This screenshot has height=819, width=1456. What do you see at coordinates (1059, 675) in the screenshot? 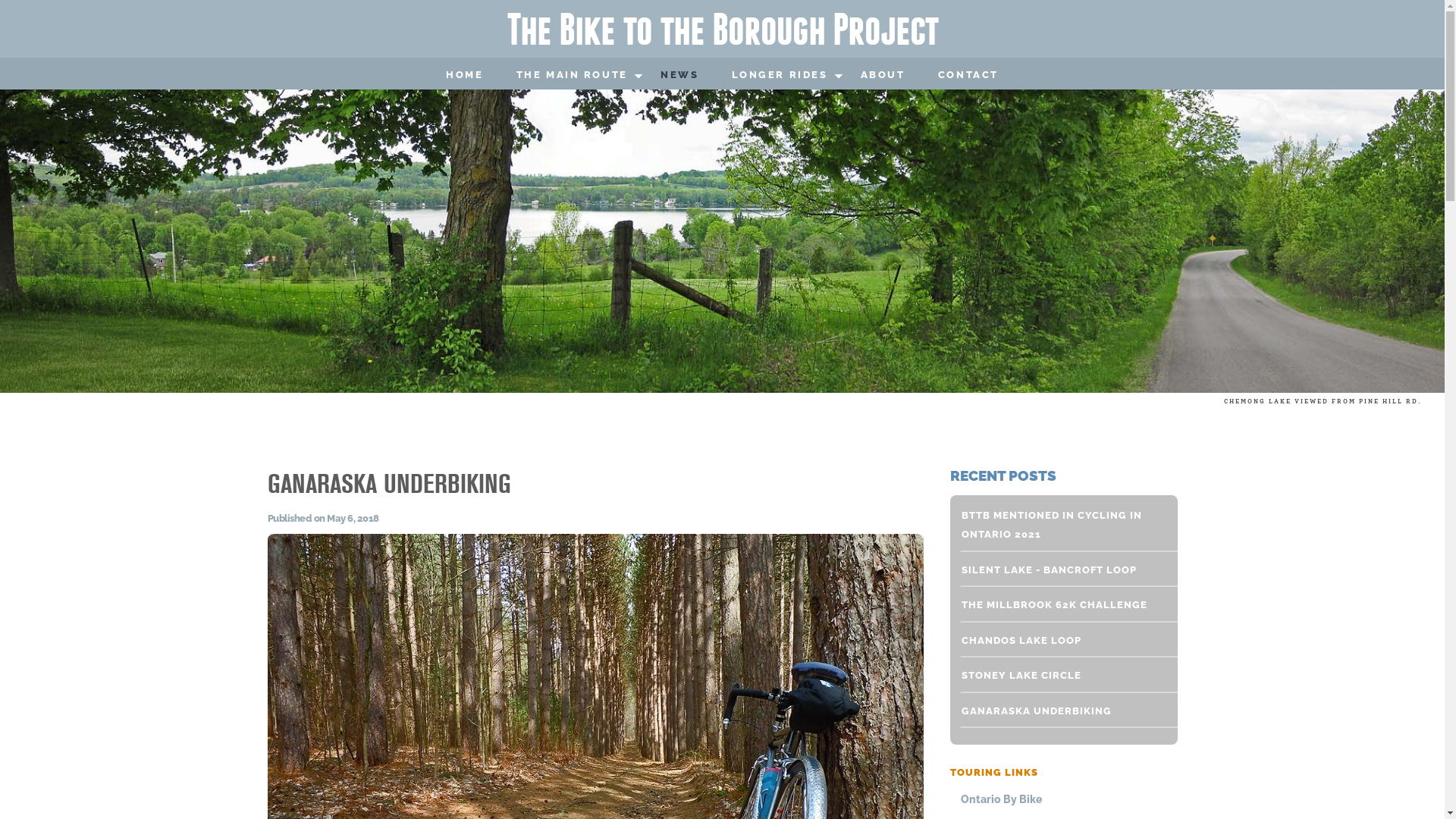
I see `'STONEY LAKE CIRCLE'` at bounding box center [1059, 675].